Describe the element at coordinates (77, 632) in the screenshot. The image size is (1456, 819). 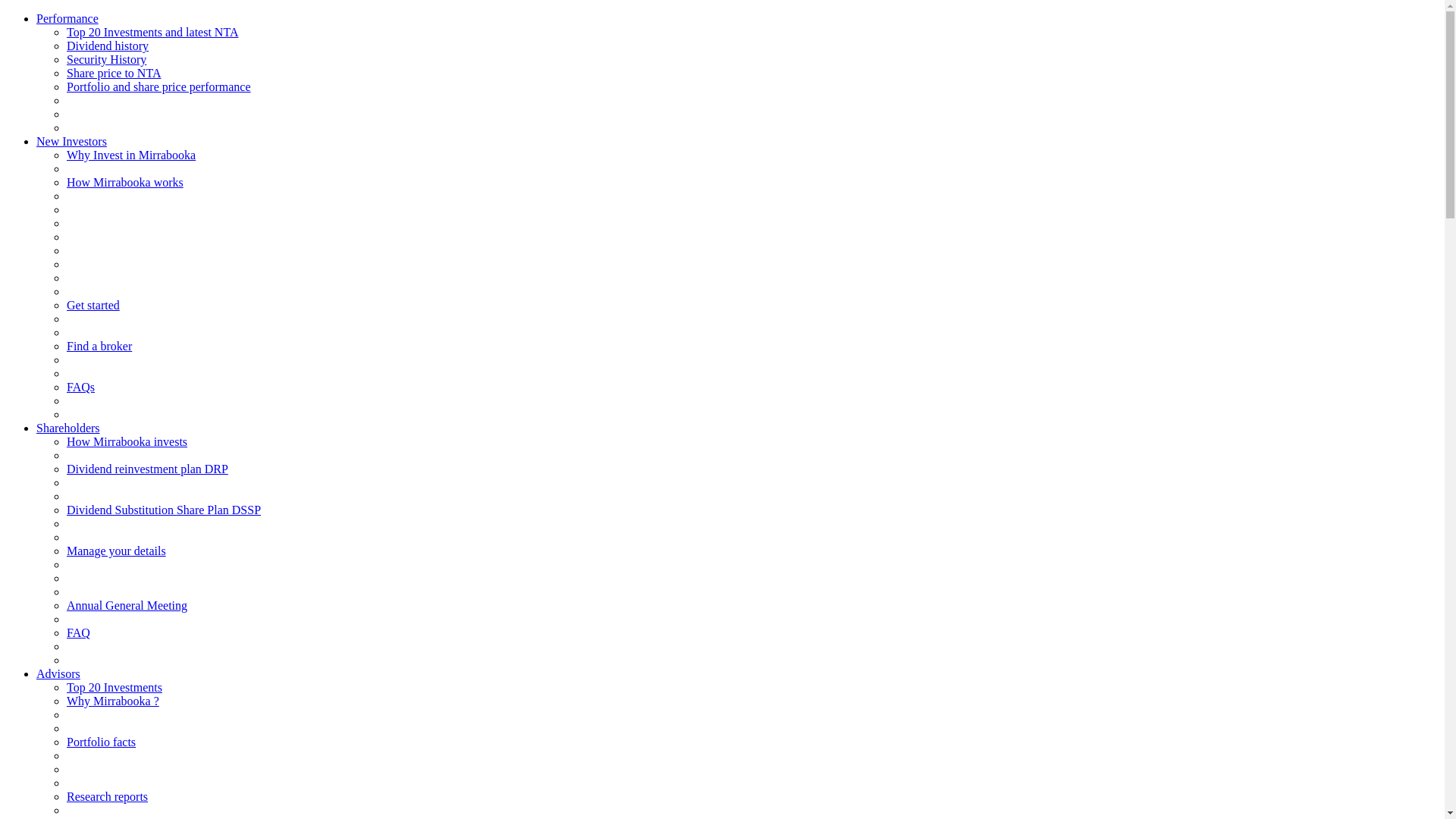
I see `'FAQ'` at that location.